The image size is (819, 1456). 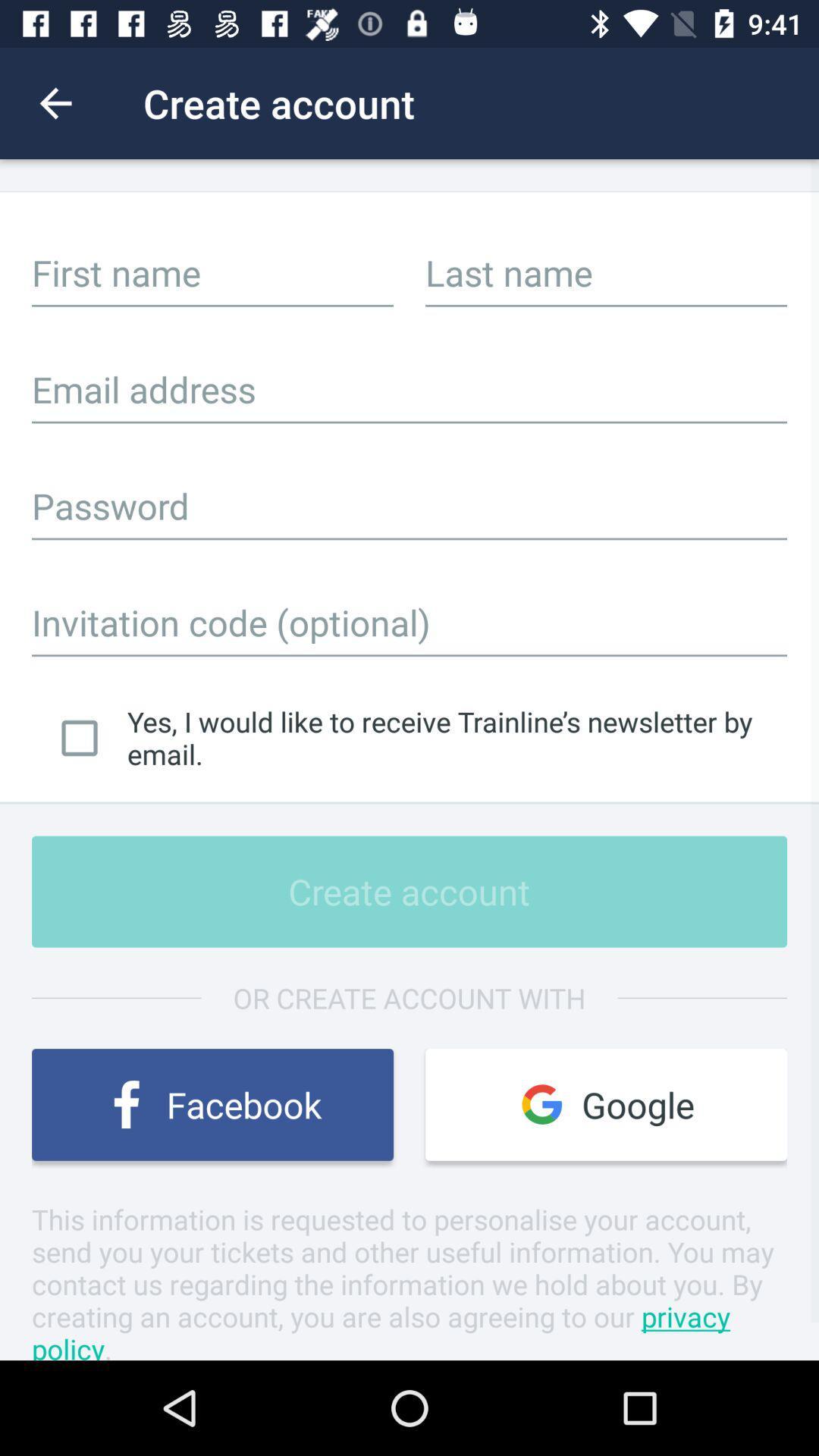 I want to click on the item below the facebook icon, so click(x=409, y=1279).